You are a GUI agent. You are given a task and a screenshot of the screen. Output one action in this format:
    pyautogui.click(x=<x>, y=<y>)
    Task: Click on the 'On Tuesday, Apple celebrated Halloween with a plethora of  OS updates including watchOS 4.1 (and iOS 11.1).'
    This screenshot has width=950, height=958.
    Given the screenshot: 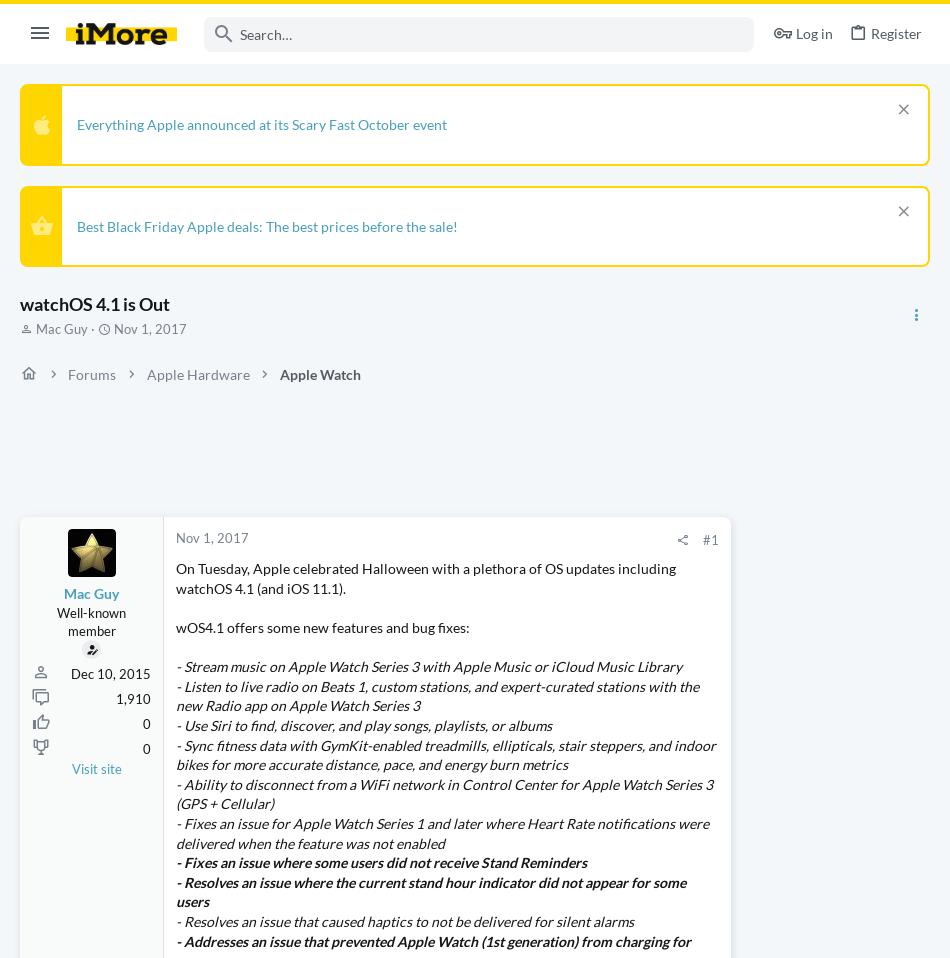 What is the action you would take?
    pyautogui.click(x=368, y=577)
    